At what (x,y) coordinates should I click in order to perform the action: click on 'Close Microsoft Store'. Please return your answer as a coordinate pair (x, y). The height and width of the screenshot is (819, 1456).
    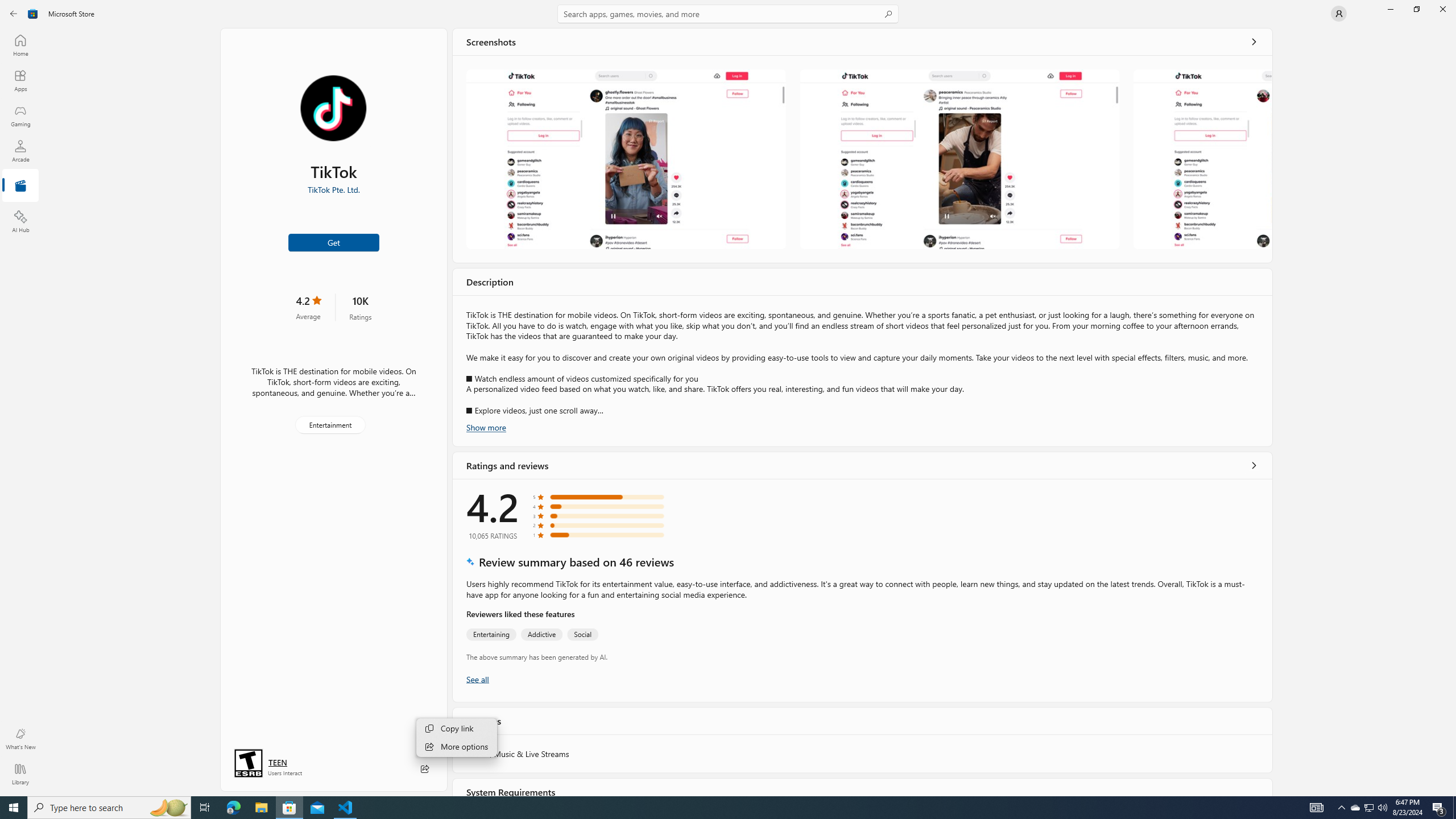
    Looking at the image, I should click on (1442, 9).